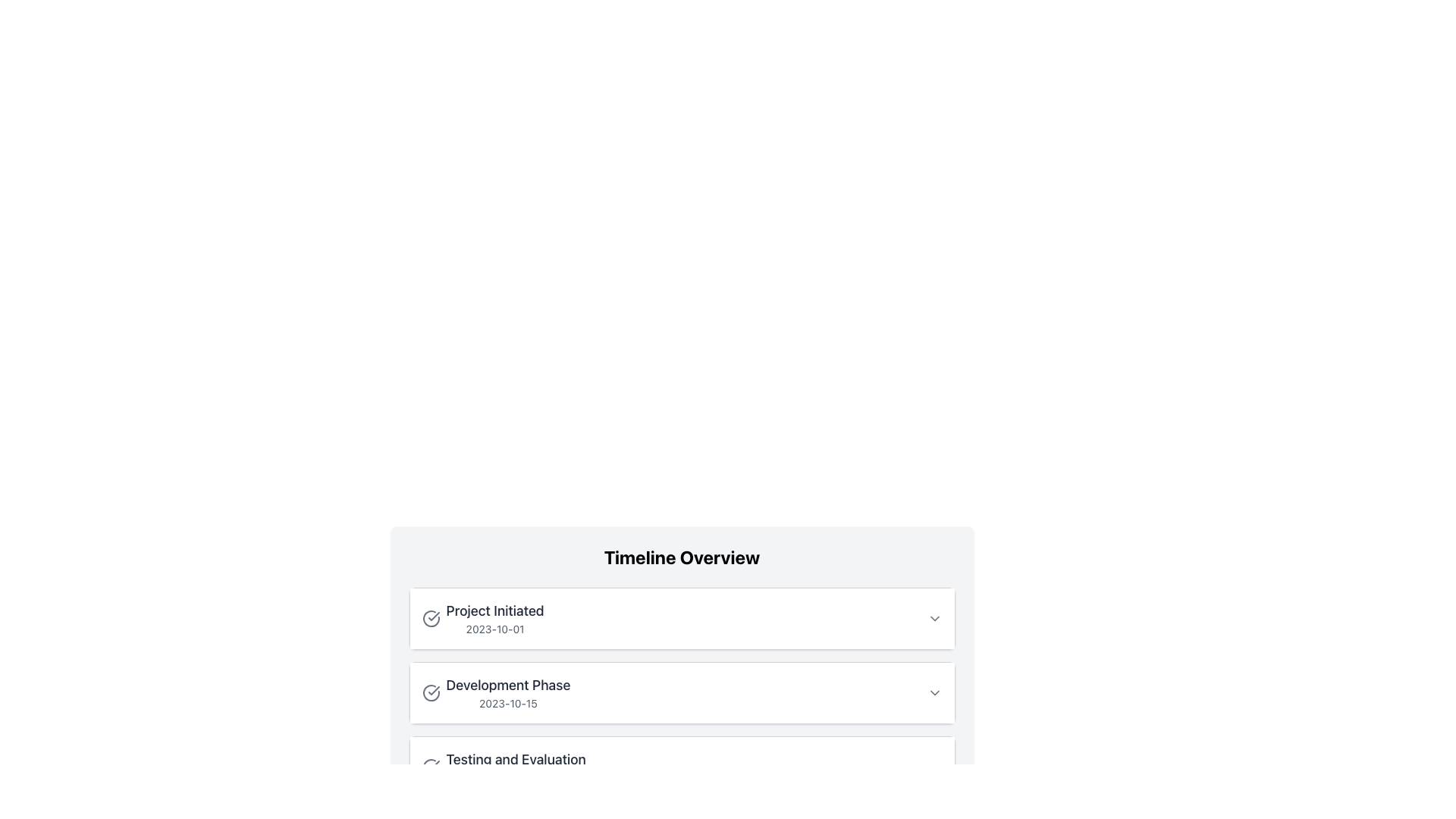 The width and height of the screenshot is (1456, 819). Describe the element at coordinates (934, 619) in the screenshot. I see `the Chevron icon located at the far right of the row labeled 'Project Initiated'` at that location.